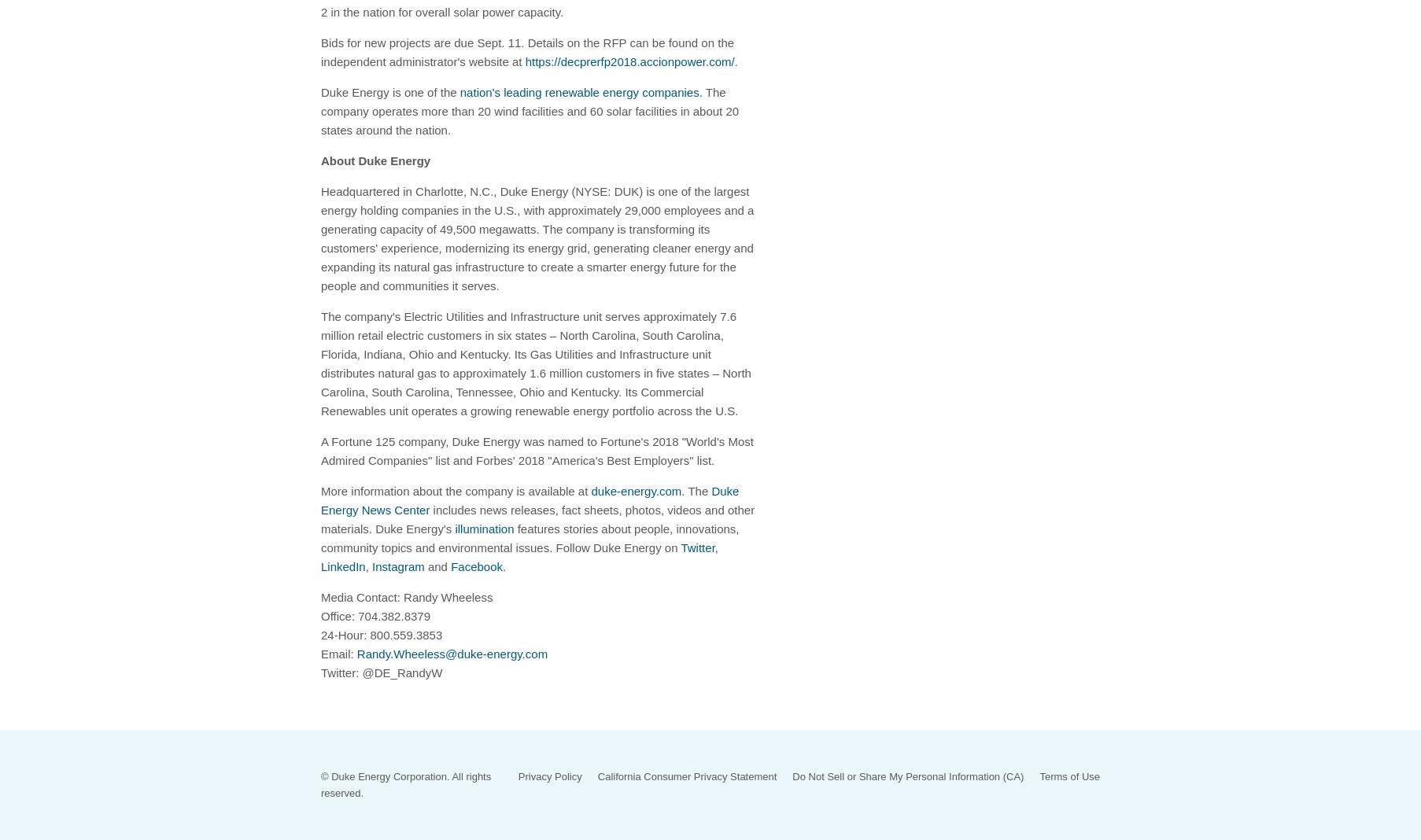 This screenshot has width=1421, height=840. Describe the element at coordinates (629, 60) in the screenshot. I see `'https://decprerfp2018.accionpower.com/'` at that location.